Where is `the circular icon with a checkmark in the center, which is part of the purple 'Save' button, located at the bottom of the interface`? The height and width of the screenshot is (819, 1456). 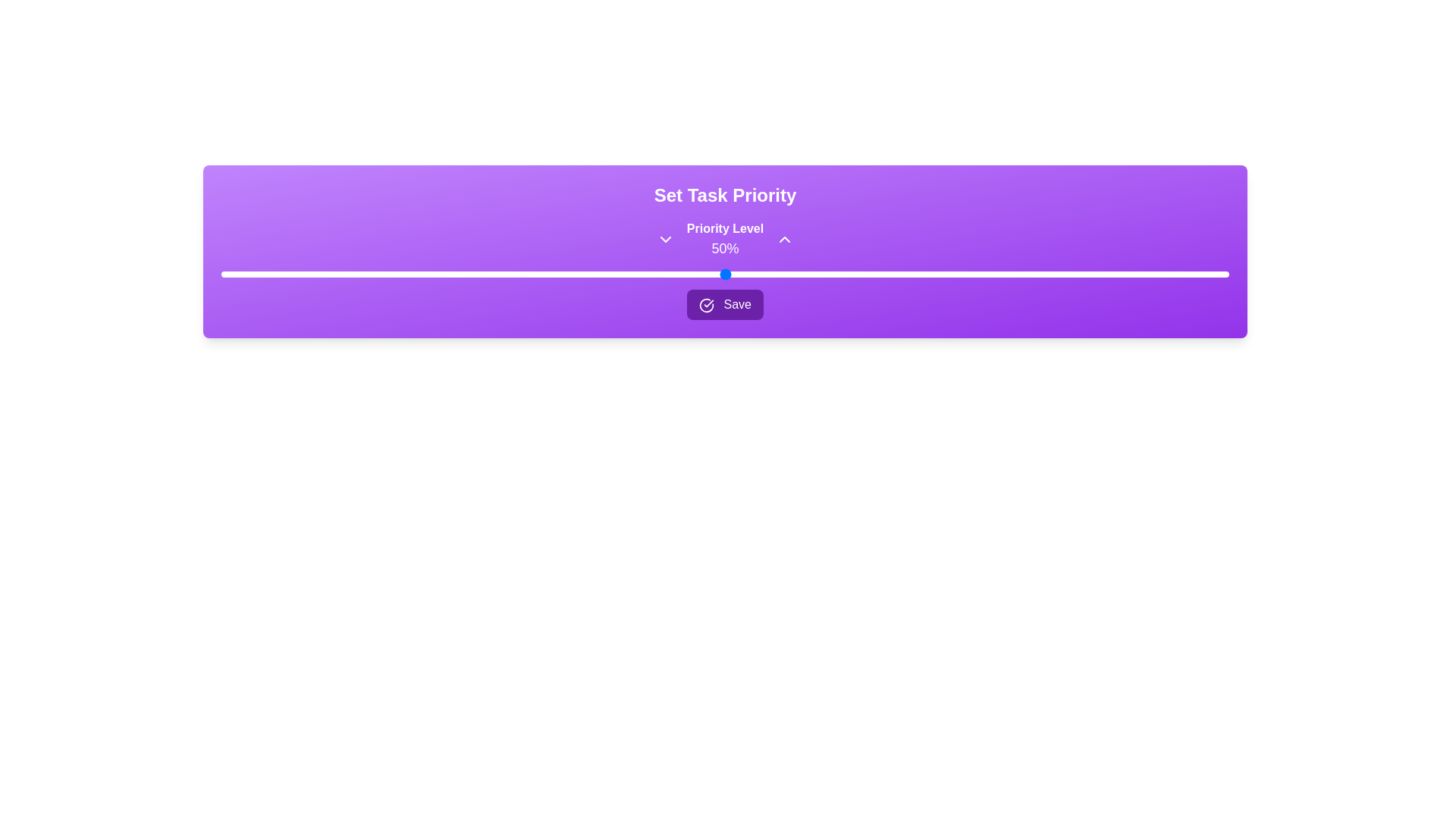
the circular icon with a checkmark in the center, which is part of the purple 'Save' button, located at the bottom of the interface is located at coordinates (705, 305).